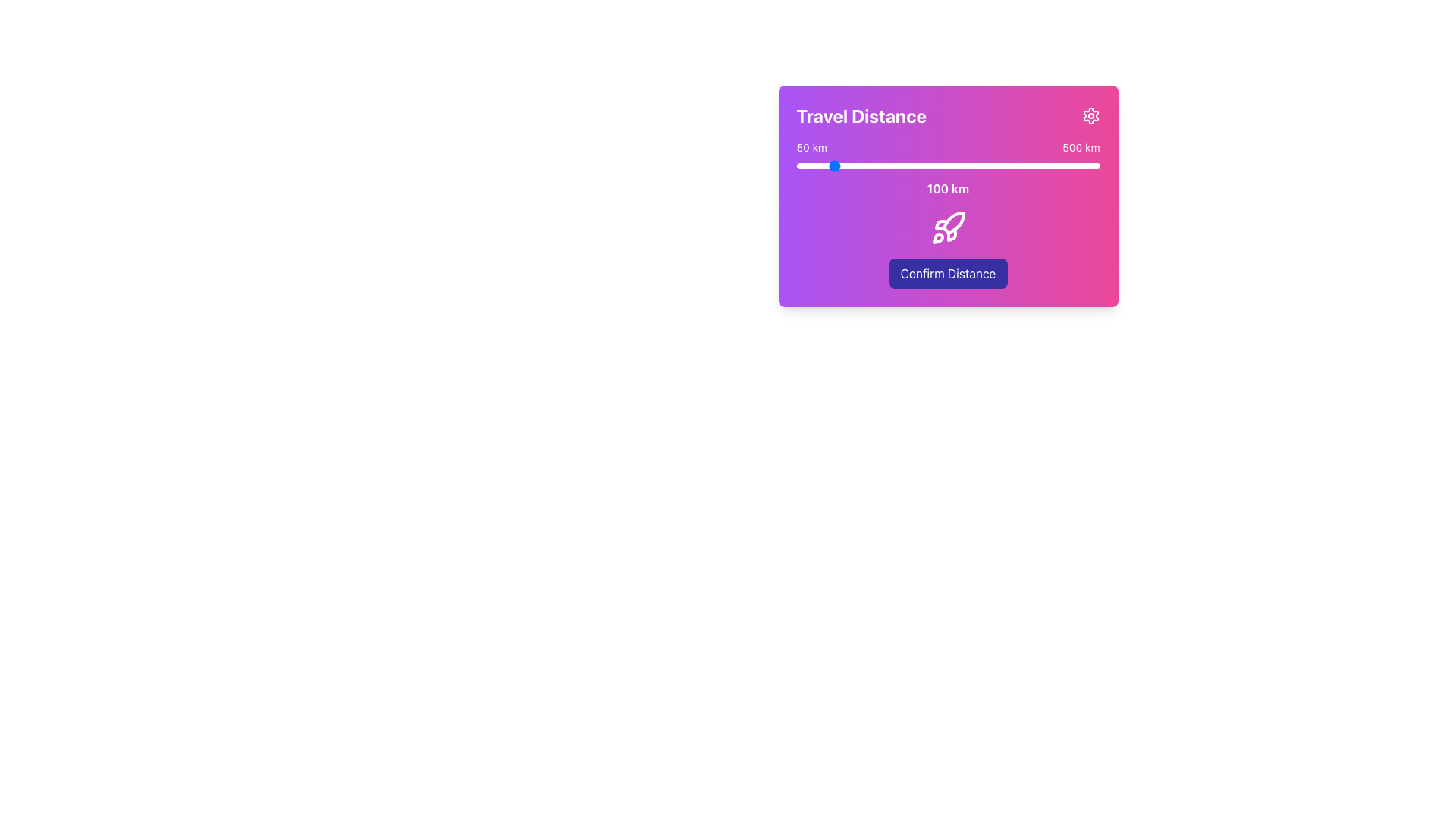  Describe the element at coordinates (1092, 166) in the screenshot. I see `the travel distance` at that location.